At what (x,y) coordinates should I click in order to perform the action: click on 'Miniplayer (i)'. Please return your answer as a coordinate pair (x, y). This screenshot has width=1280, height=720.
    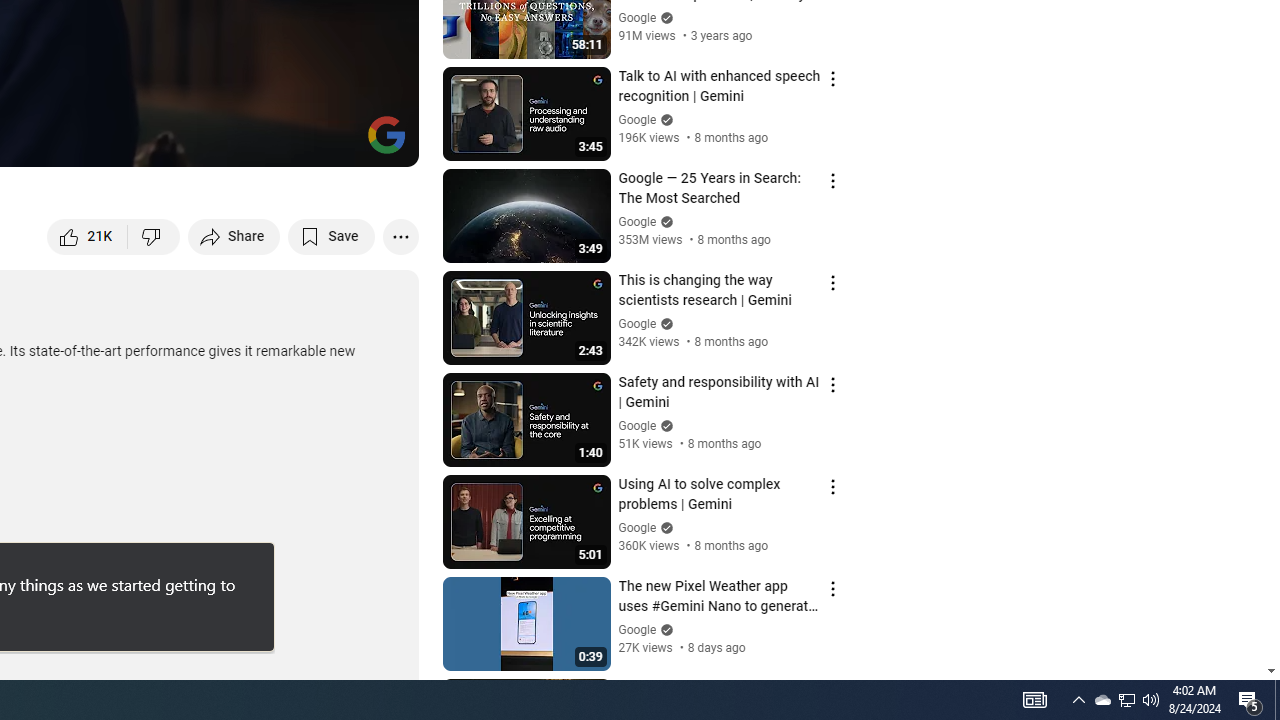
    Looking at the image, I should click on (285, 141).